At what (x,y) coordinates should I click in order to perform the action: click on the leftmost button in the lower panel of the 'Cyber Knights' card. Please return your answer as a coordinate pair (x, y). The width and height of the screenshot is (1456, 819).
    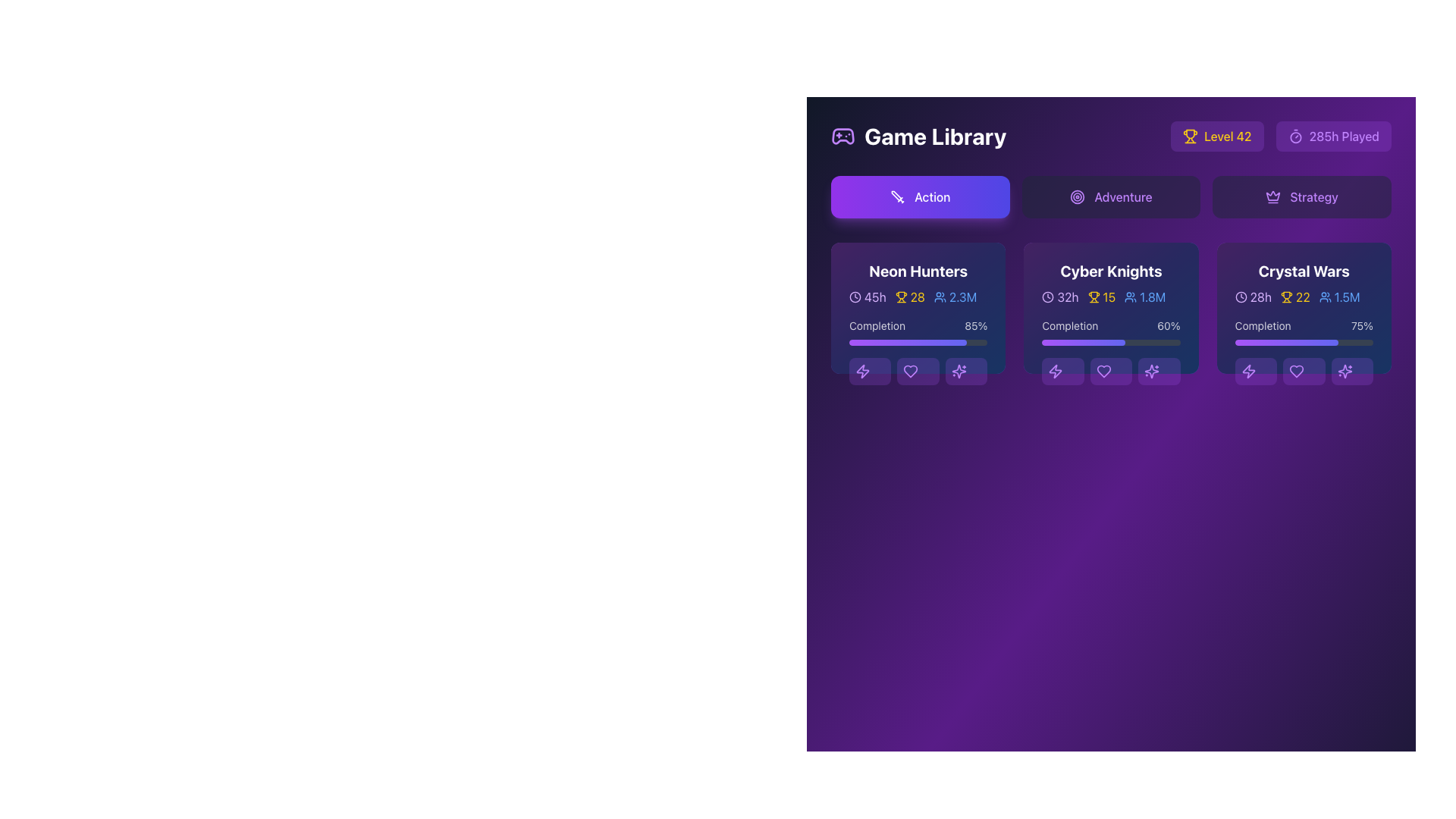
    Looking at the image, I should click on (1055, 371).